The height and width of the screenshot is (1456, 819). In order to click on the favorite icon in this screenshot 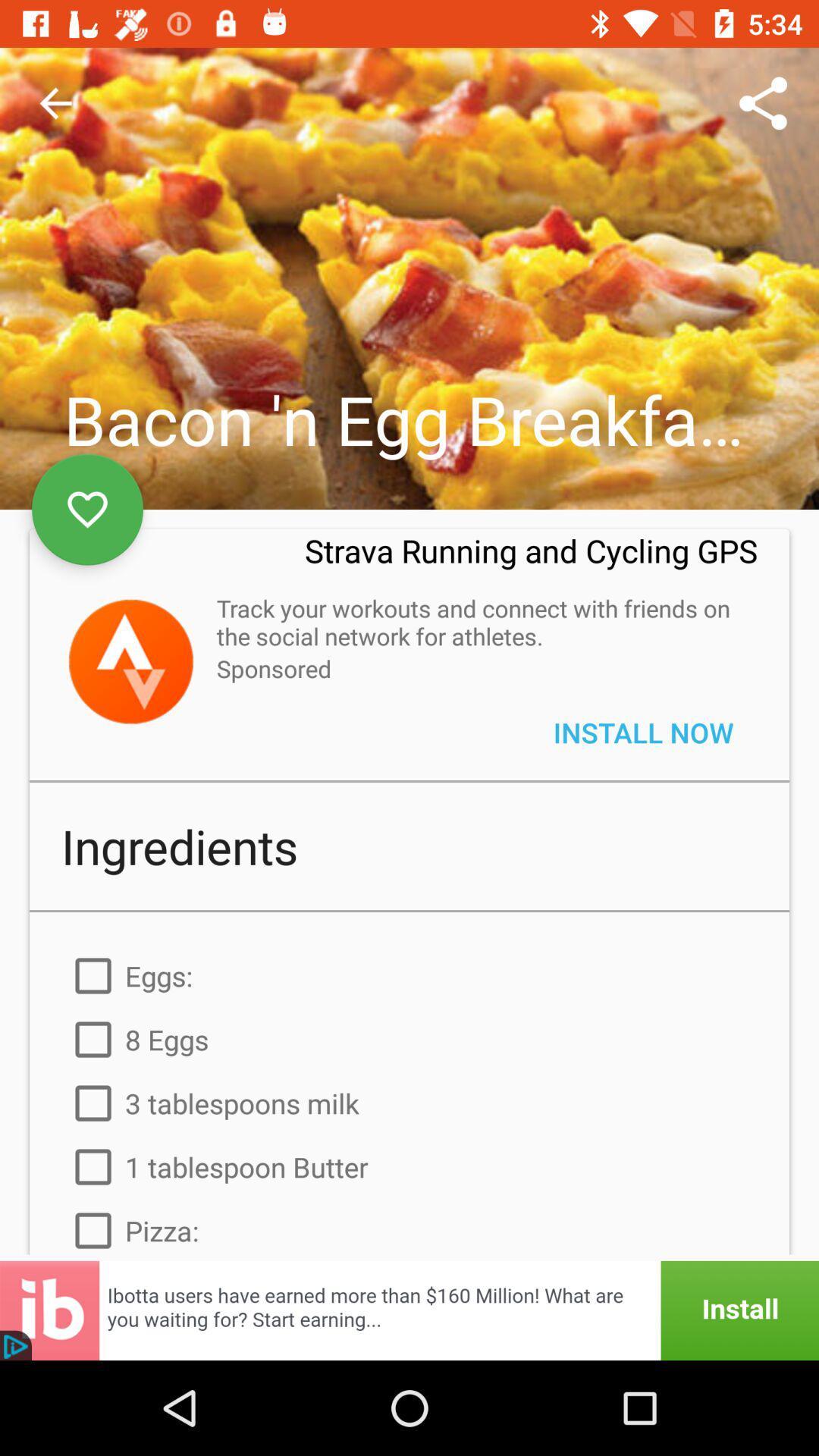, I will do `click(87, 510)`.